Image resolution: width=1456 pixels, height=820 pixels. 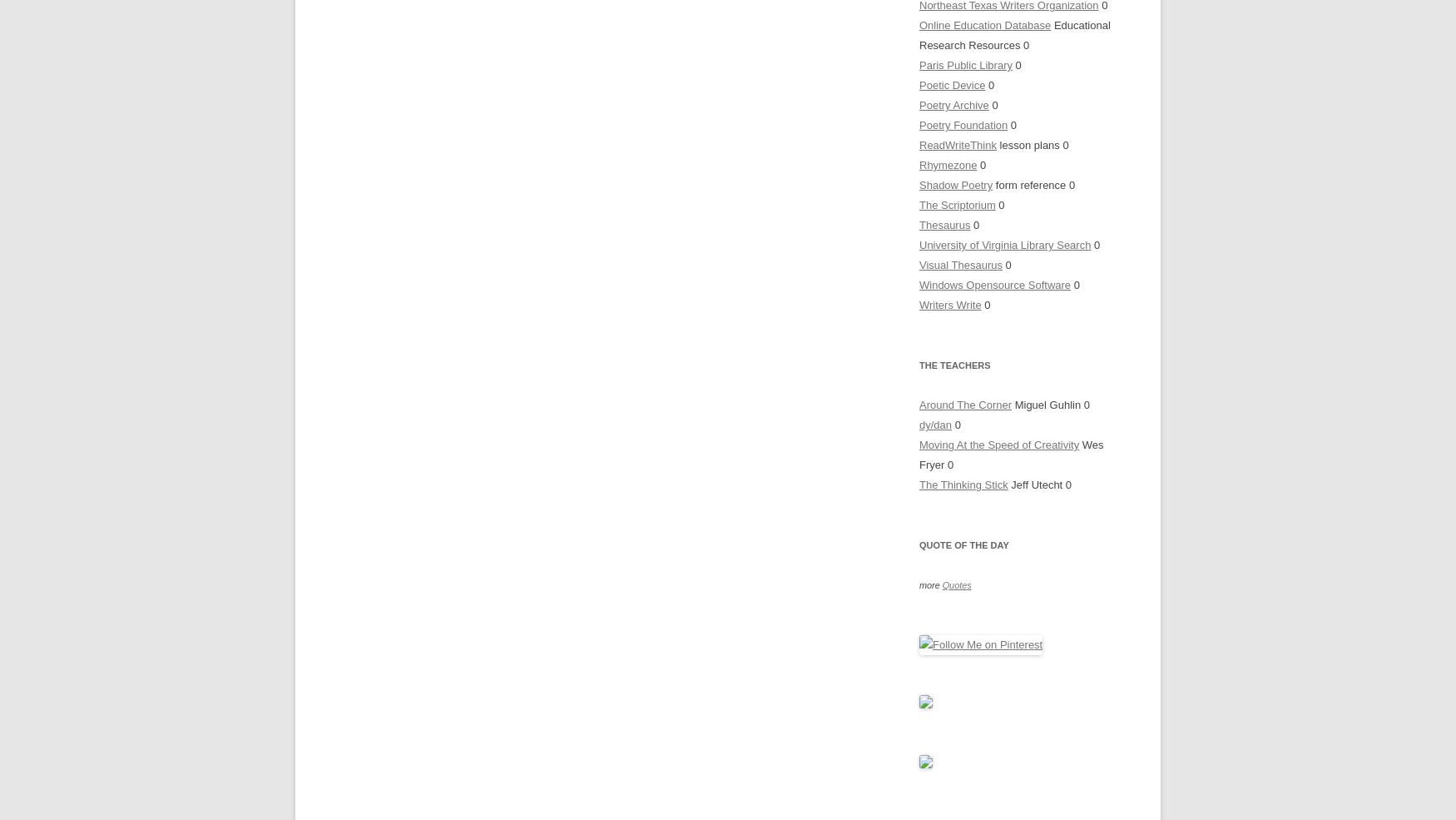 I want to click on 'Moving At the Speed of Creativity', so click(x=919, y=445).